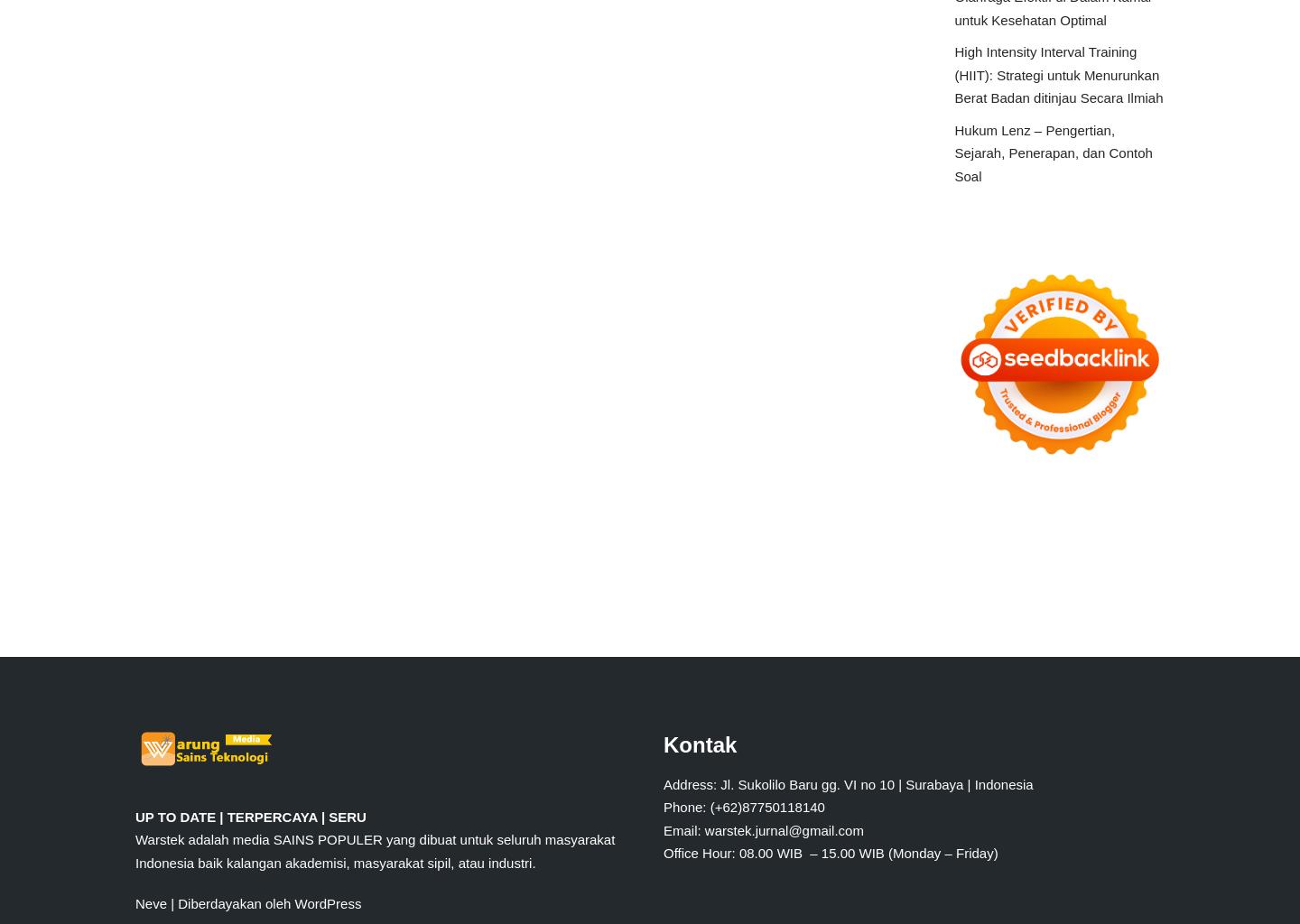 The width and height of the screenshot is (1300, 924). Describe the element at coordinates (150, 902) in the screenshot. I see `'Neve'` at that location.